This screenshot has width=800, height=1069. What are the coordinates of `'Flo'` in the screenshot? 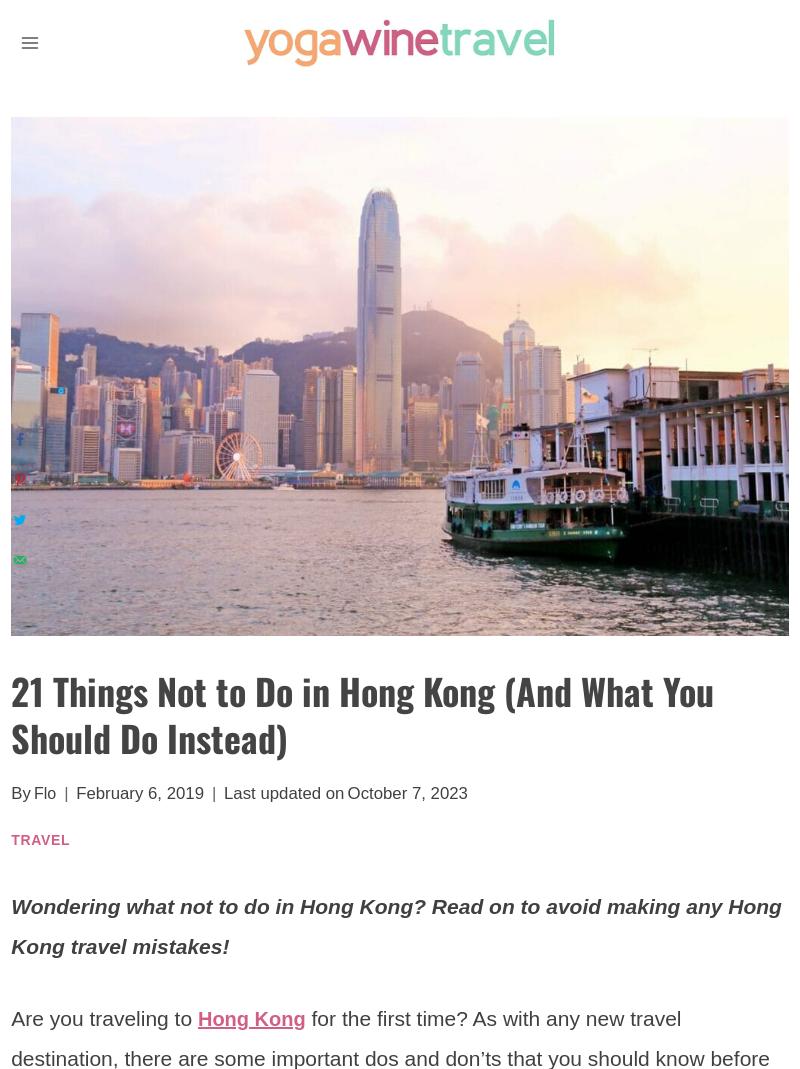 It's located at (43, 793).